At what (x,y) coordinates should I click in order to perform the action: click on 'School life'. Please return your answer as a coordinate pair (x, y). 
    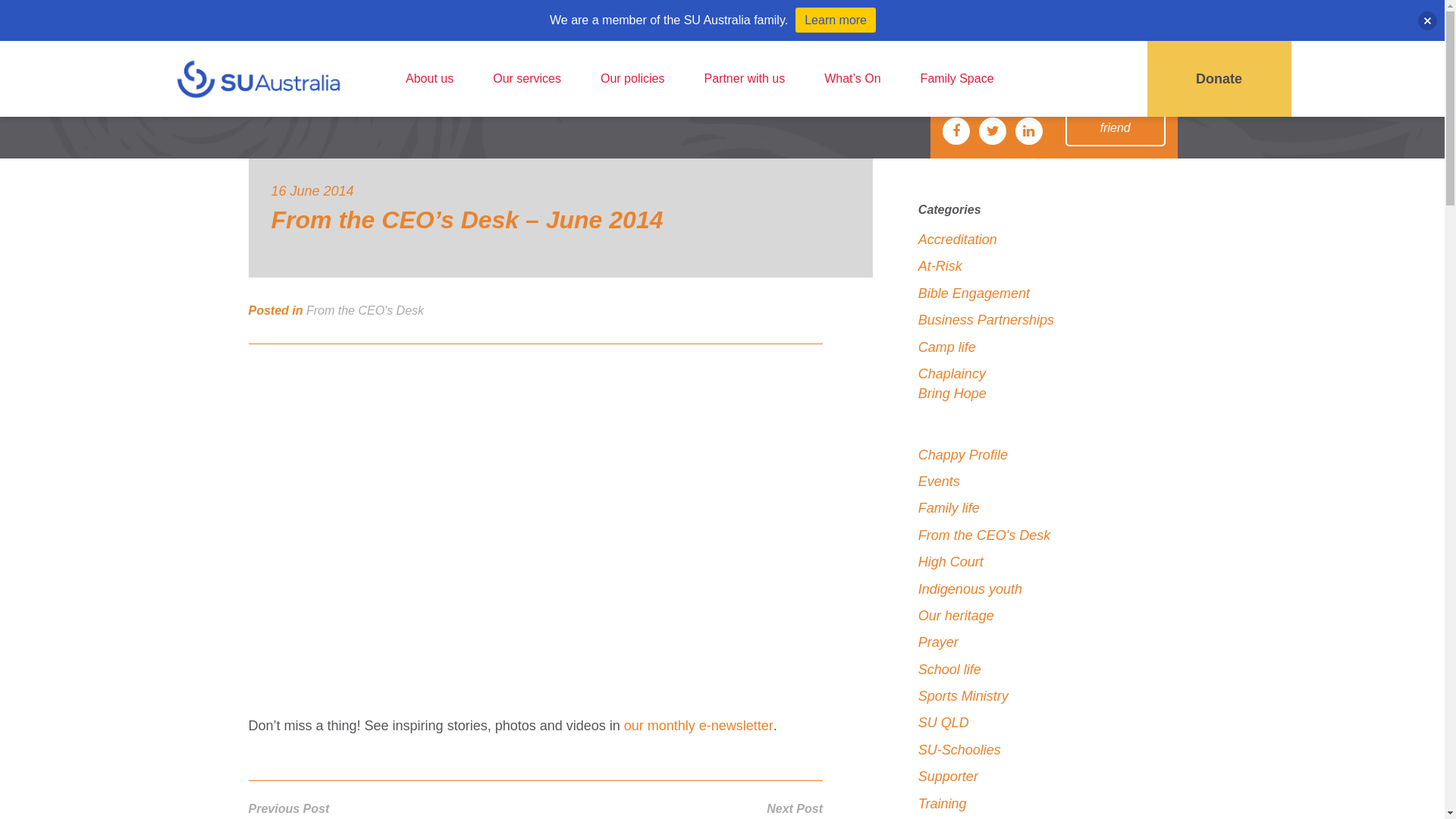
    Looking at the image, I should click on (949, 669).